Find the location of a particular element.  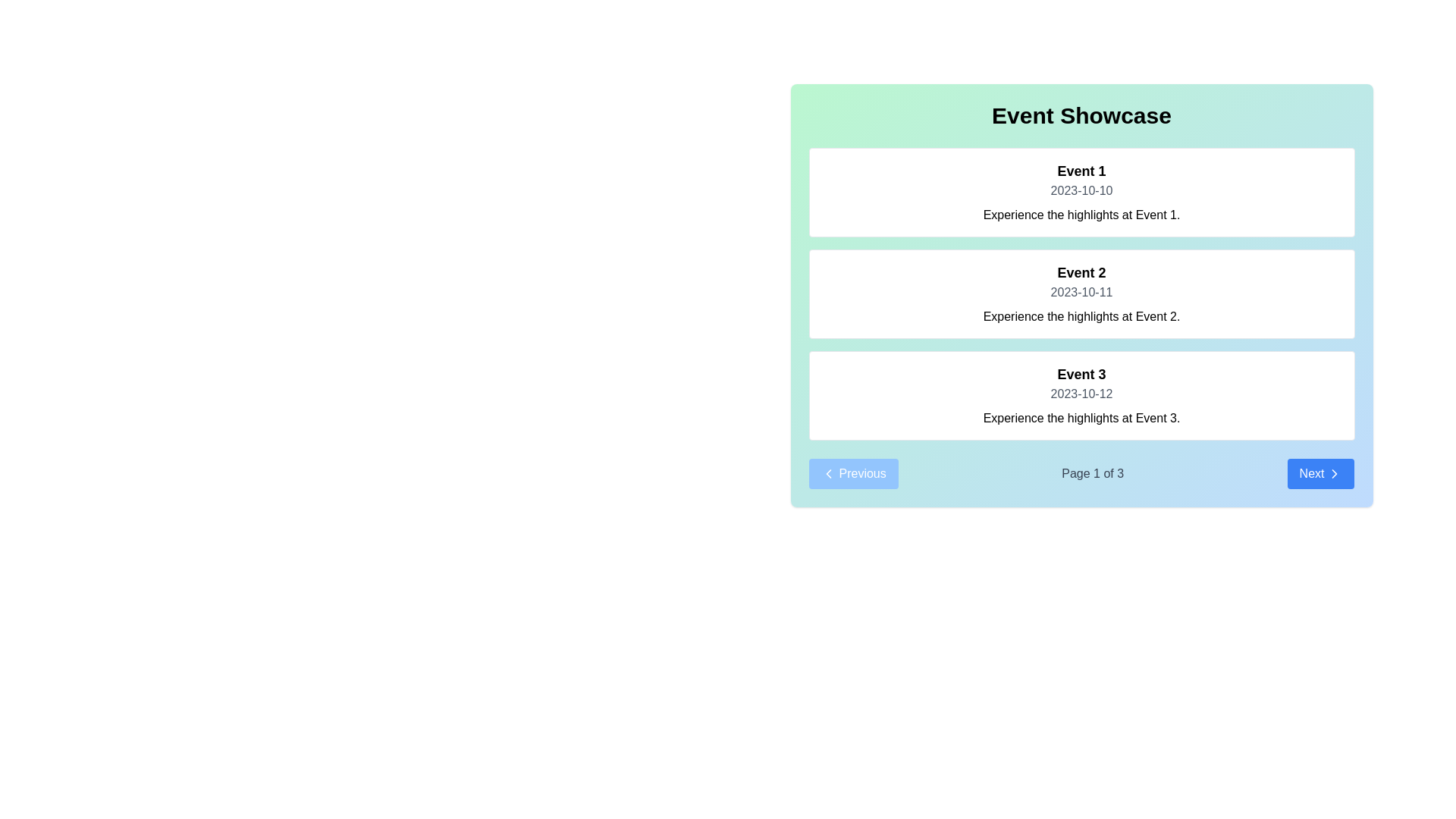

the 'Next' icon located inside the button at the bottom-right area of the interface to initiate navigation to the next page is located at coordinates (1335, 472).